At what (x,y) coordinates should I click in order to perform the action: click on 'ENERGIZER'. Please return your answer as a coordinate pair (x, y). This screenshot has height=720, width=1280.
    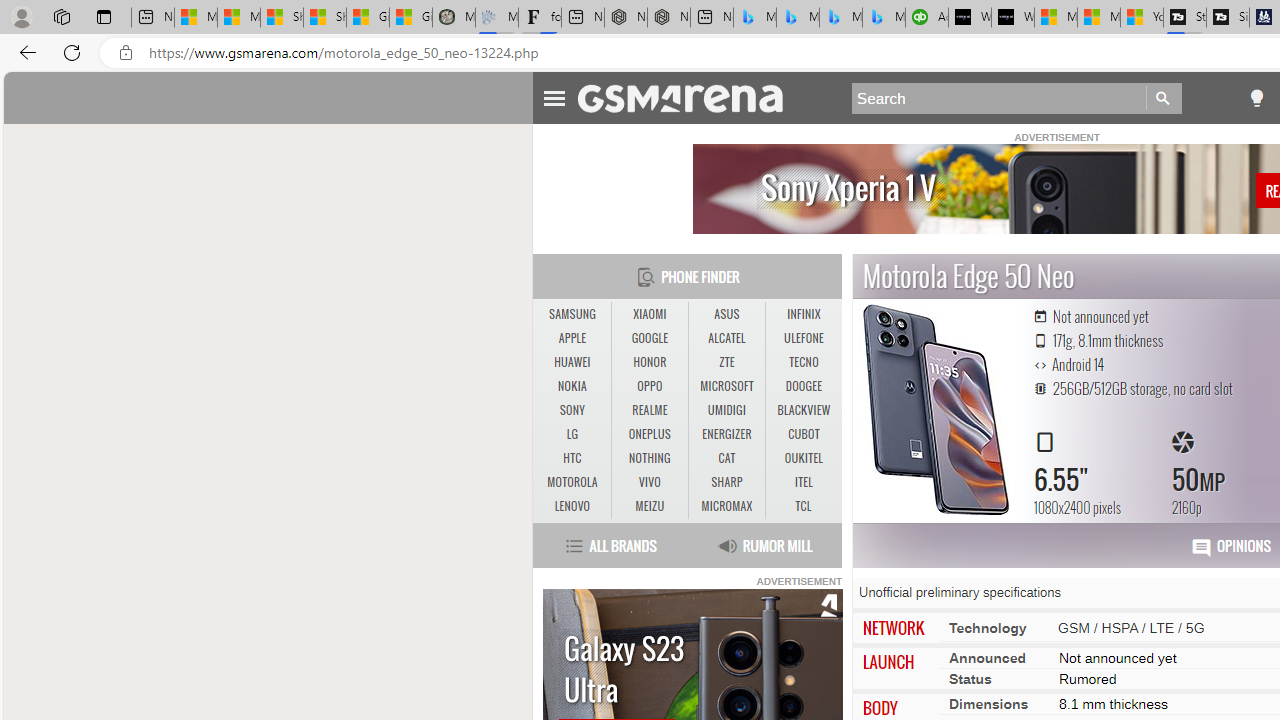
    Looking at the image, I should click on (726, 433).